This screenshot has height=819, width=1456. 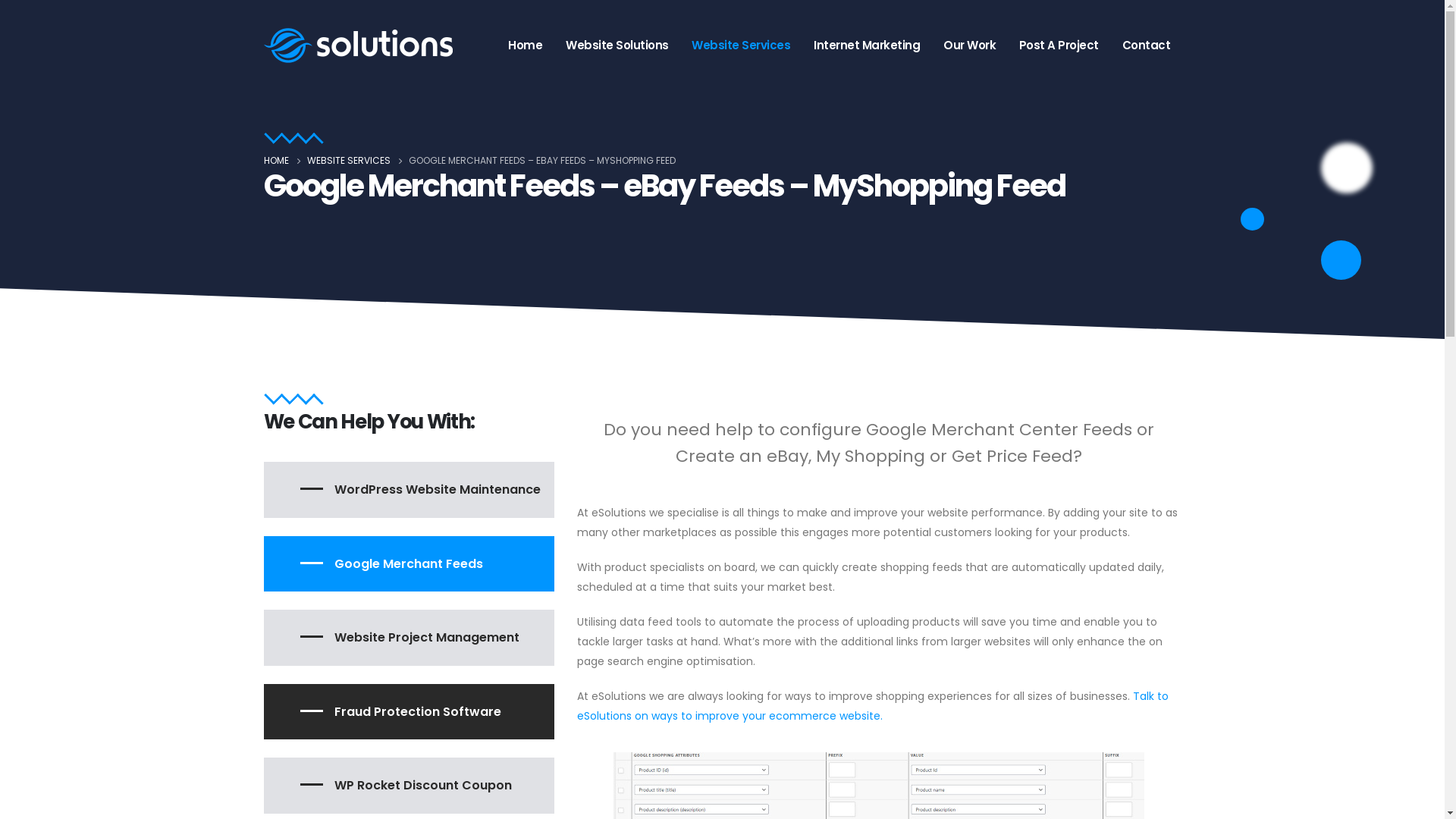 I want to click on 'HOME', so click(x=276, y=161).